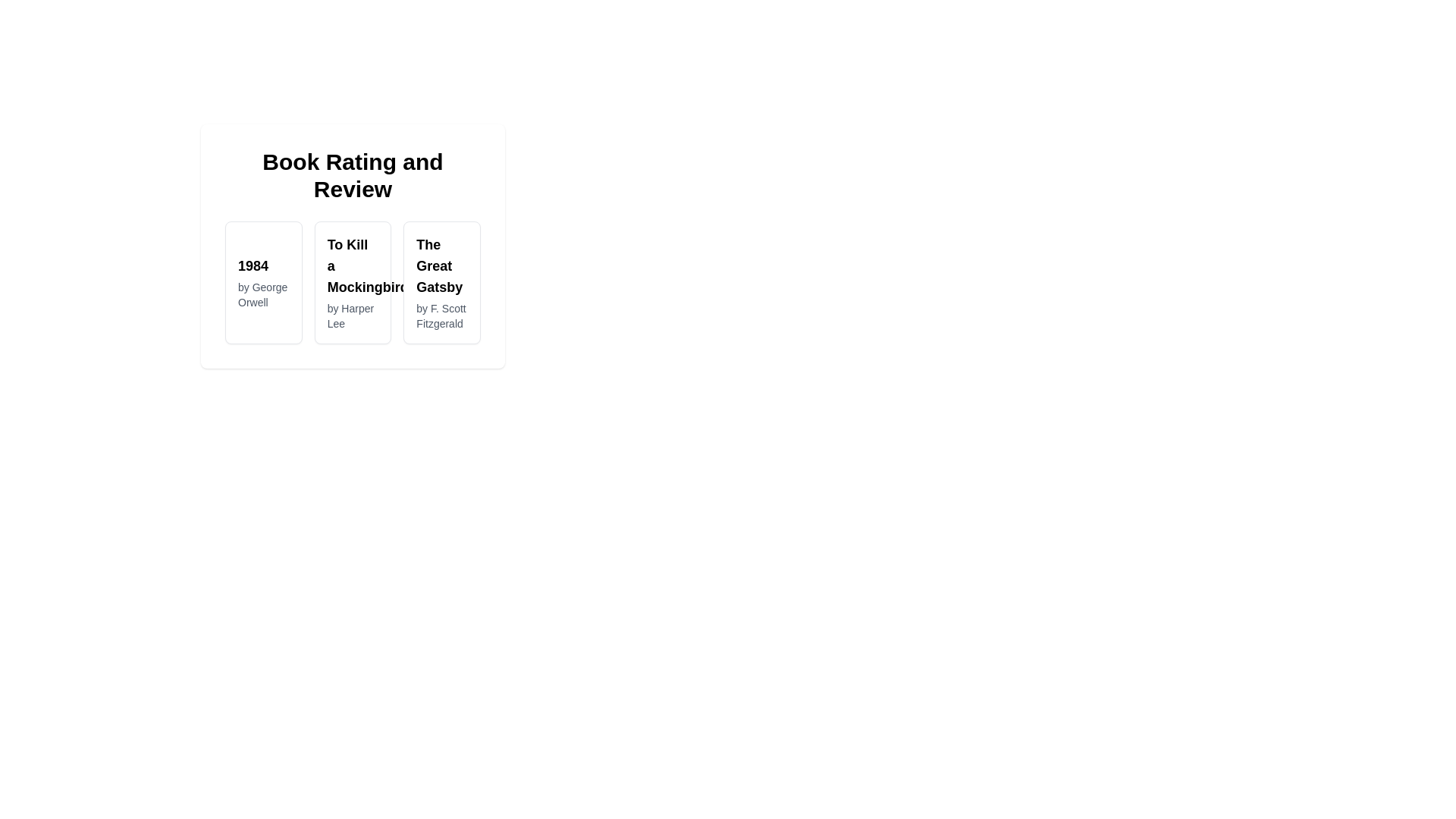  What do you see at coordinates (441, 315) in the screenshot?
I see `the text label displaying 'by F. Scott Fitzgerald' in light gray font` at bounding box center [441, 315].